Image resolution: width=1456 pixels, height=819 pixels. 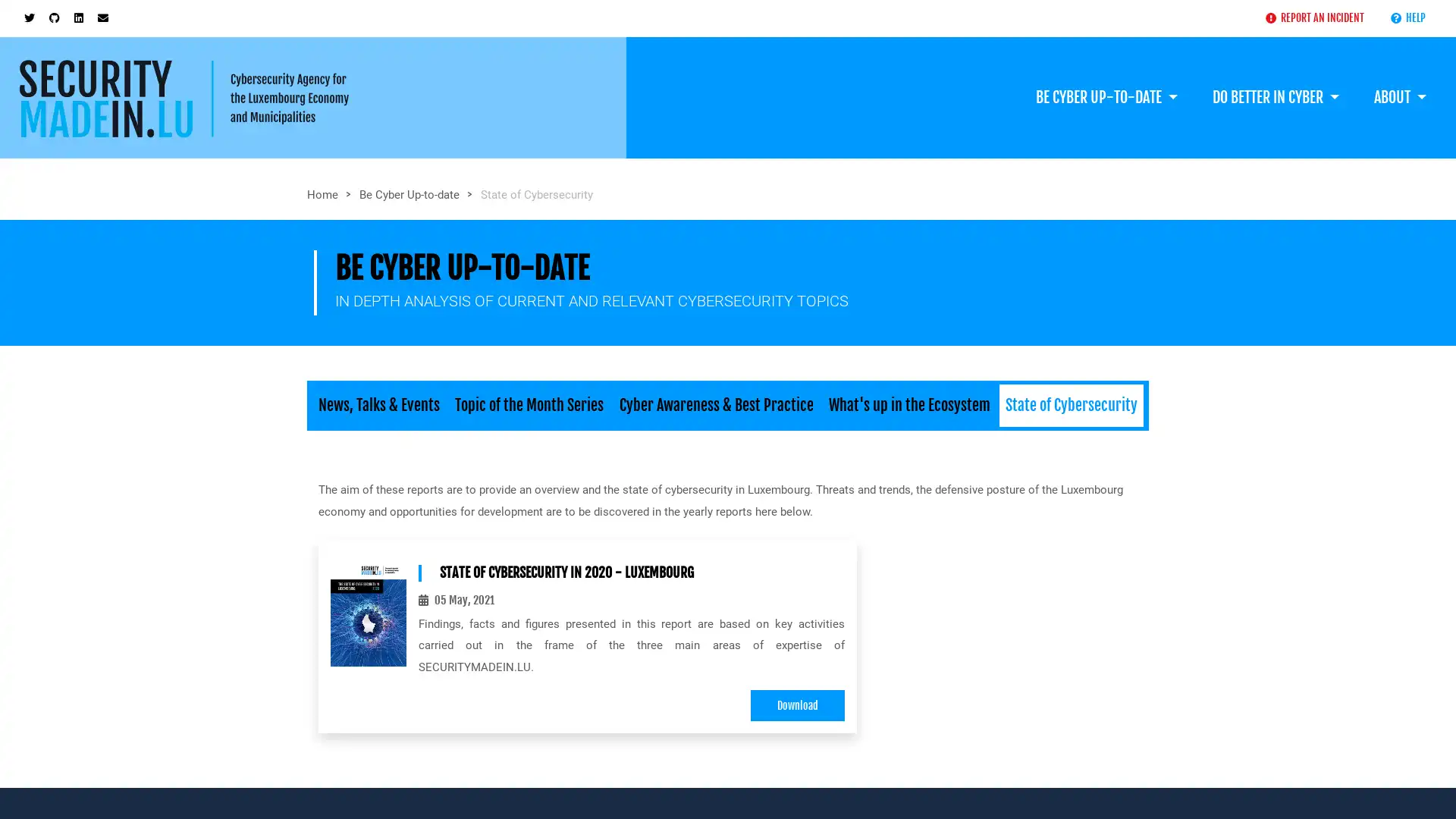 What do you see at coordinates (1106, 82) in the screenshot?
I see `BE CYBER UP-TO-DATE` at bounding box center [1106, 82].